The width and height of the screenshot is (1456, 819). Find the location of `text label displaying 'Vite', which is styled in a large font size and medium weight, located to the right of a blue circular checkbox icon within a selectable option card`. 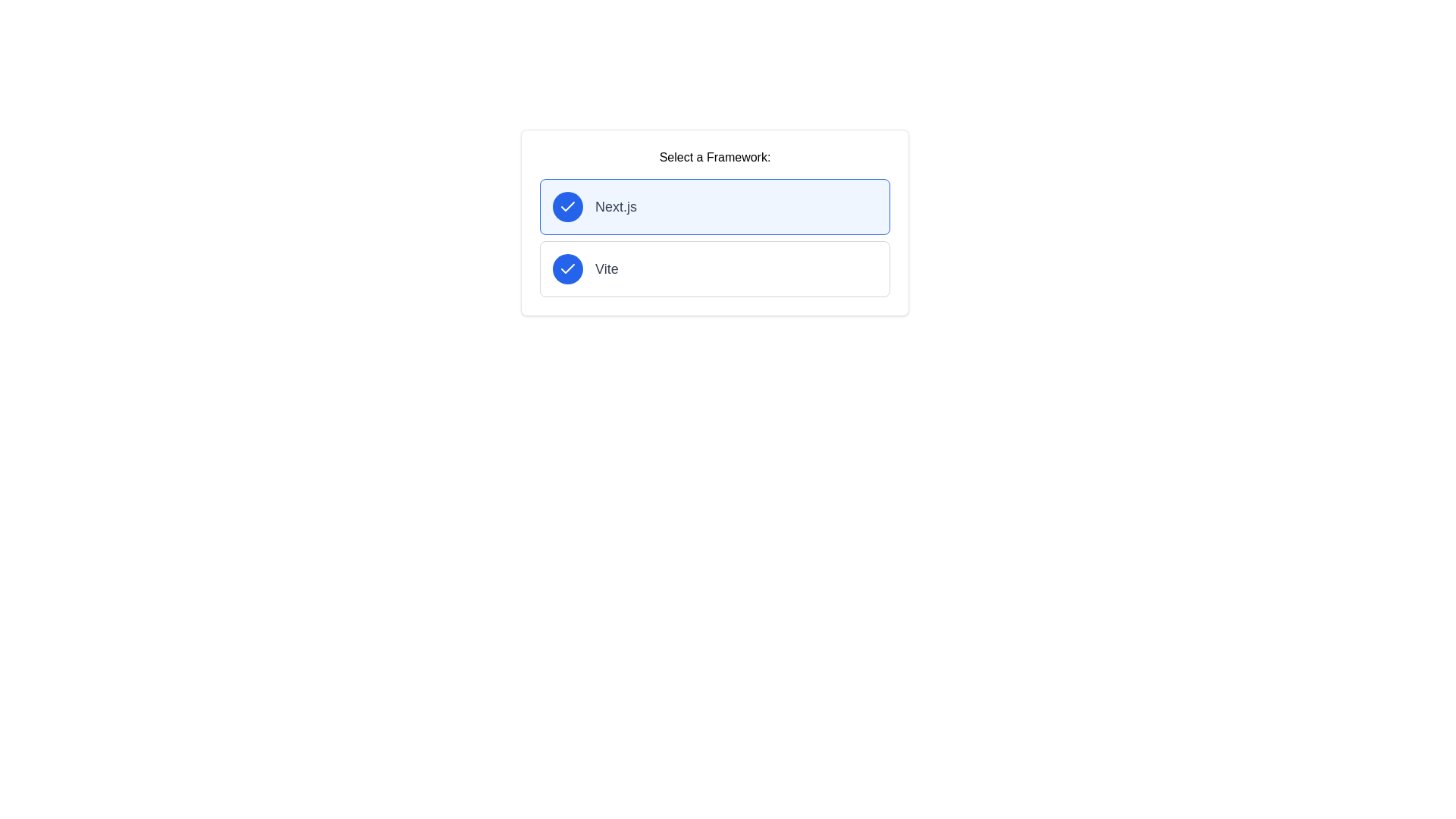

text label displaying 'Vite', which is styled in a large font size and medium weight, located to the right of a blue circular checkbox icon within a selectable option card is located at coordinates (607, 268).